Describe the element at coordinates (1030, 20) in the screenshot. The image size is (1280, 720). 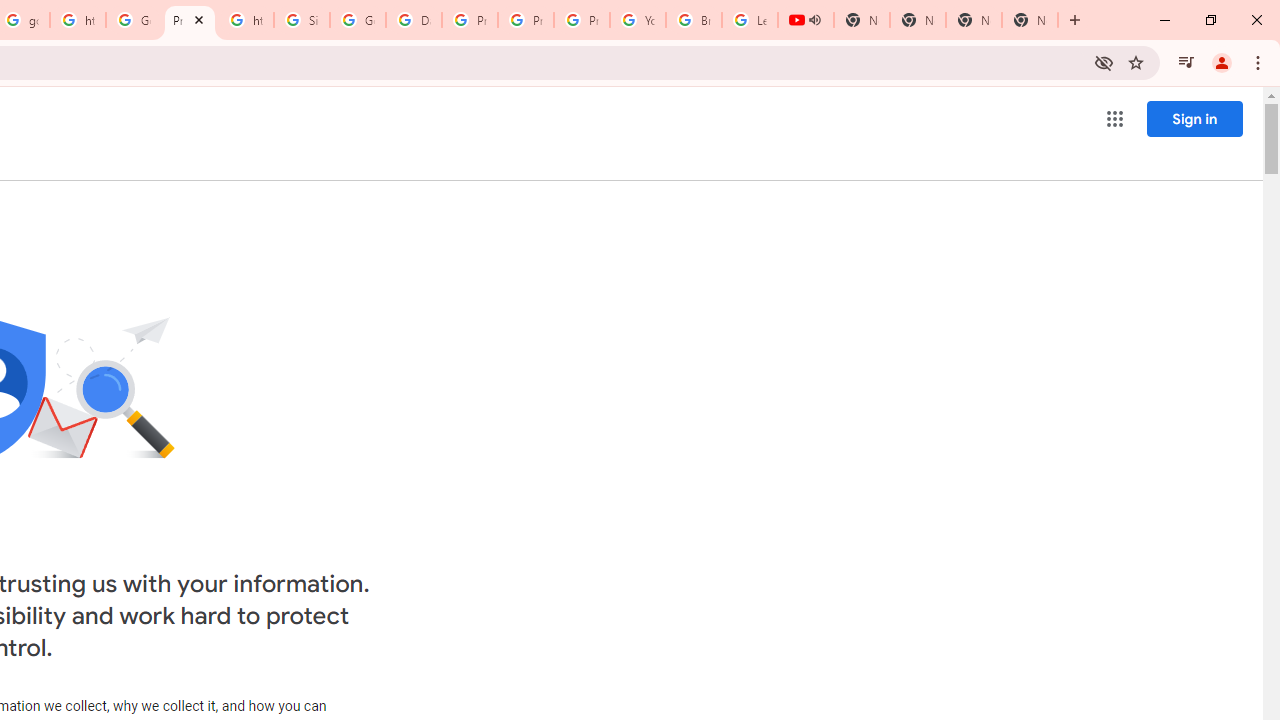
I see `'New Tab'` at that location.